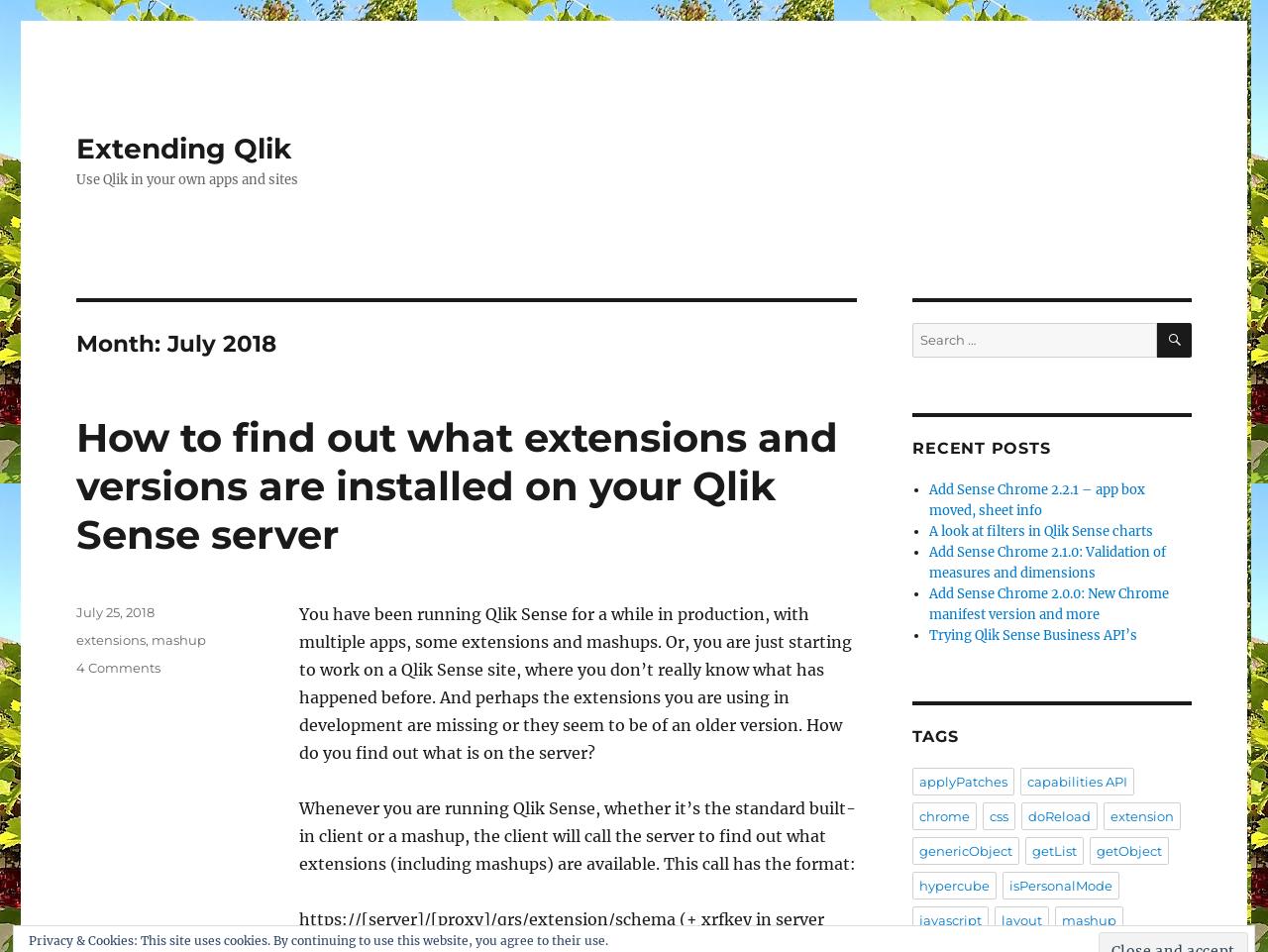  I want to click on 'layout', so click(1021, 919).